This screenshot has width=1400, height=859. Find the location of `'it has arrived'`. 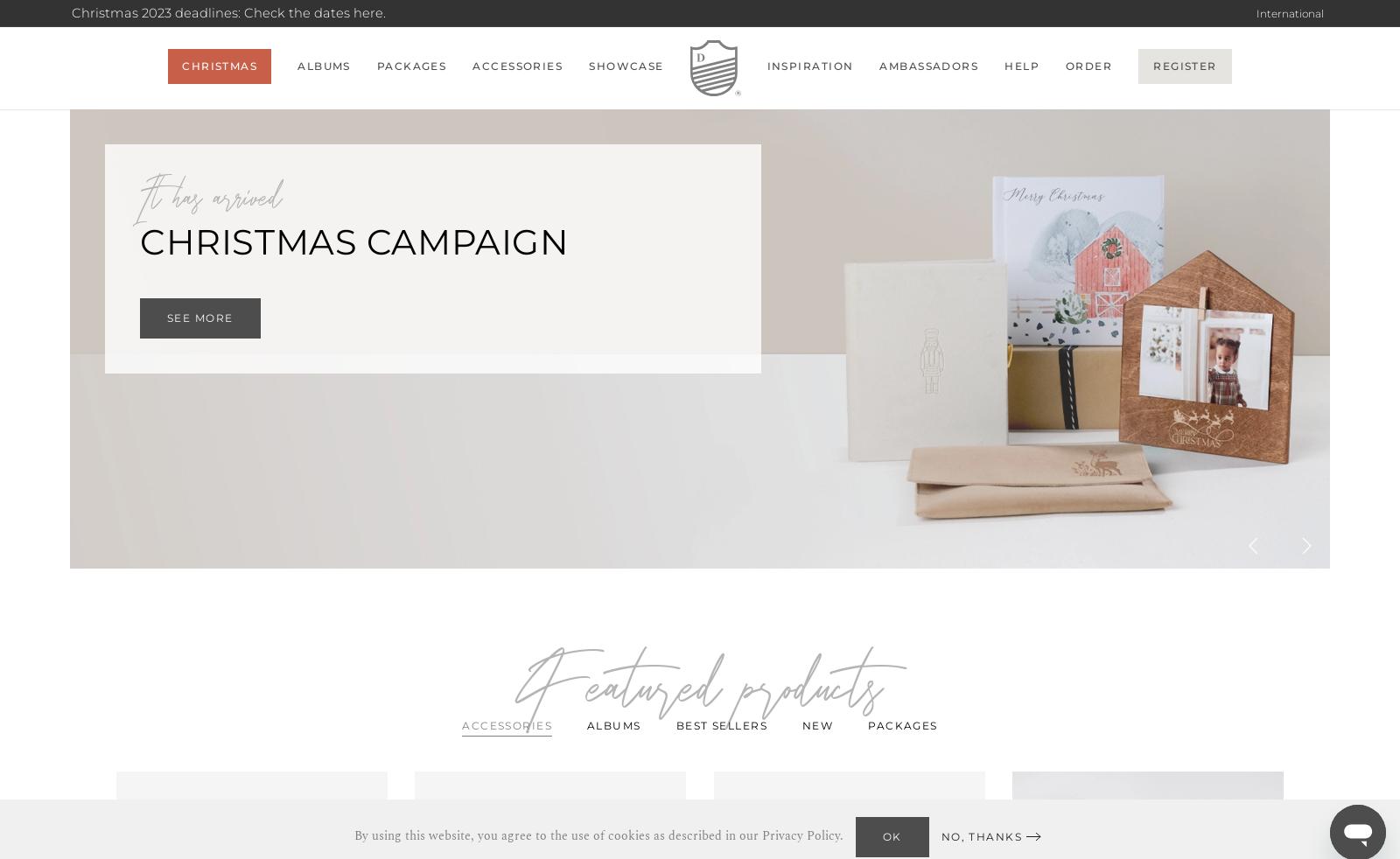

'it has arrived' is located at coordinates (211, 199).